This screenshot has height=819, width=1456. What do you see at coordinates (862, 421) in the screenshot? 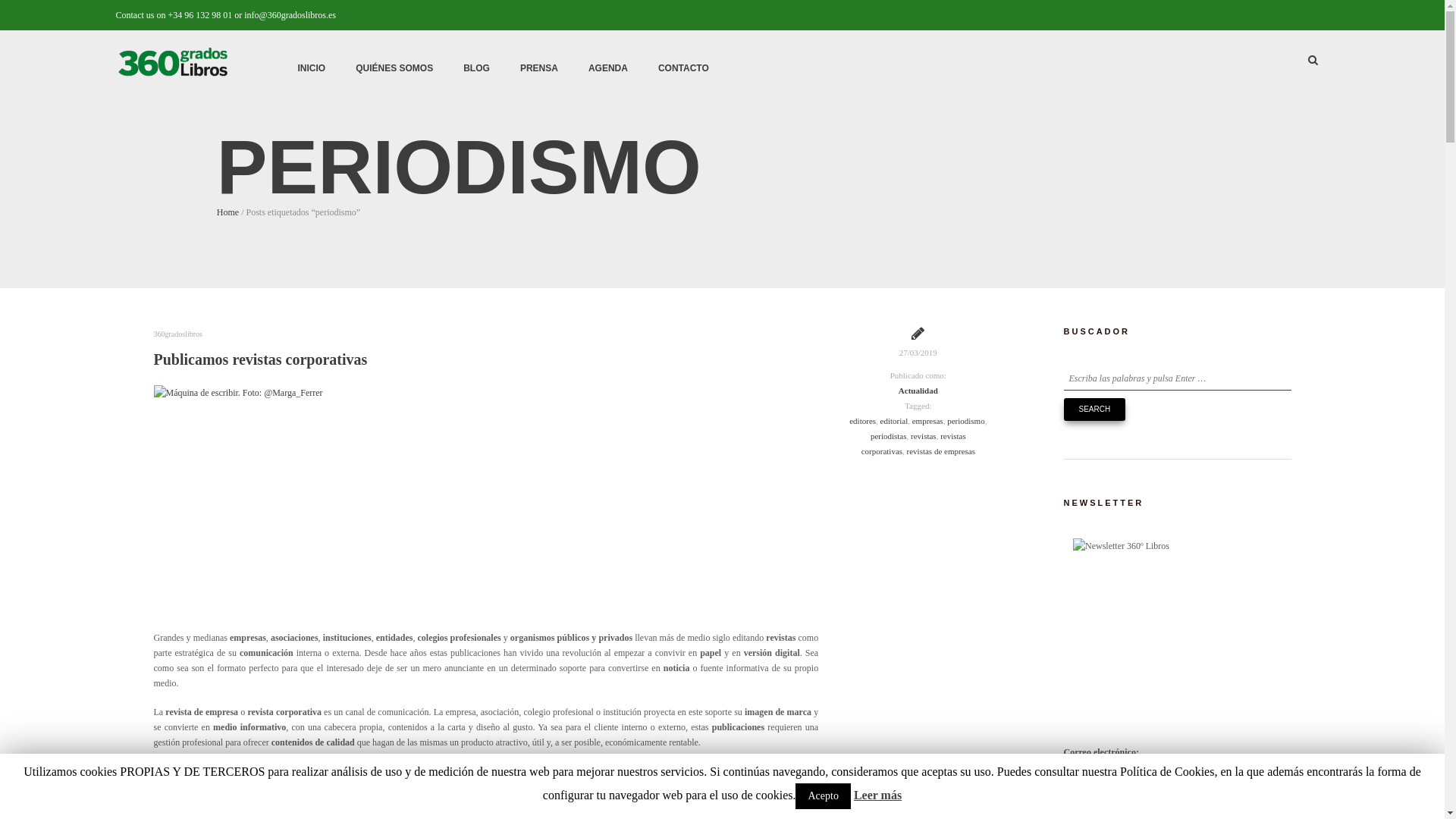
I see `'editores'` at bounding box center [862, 421].